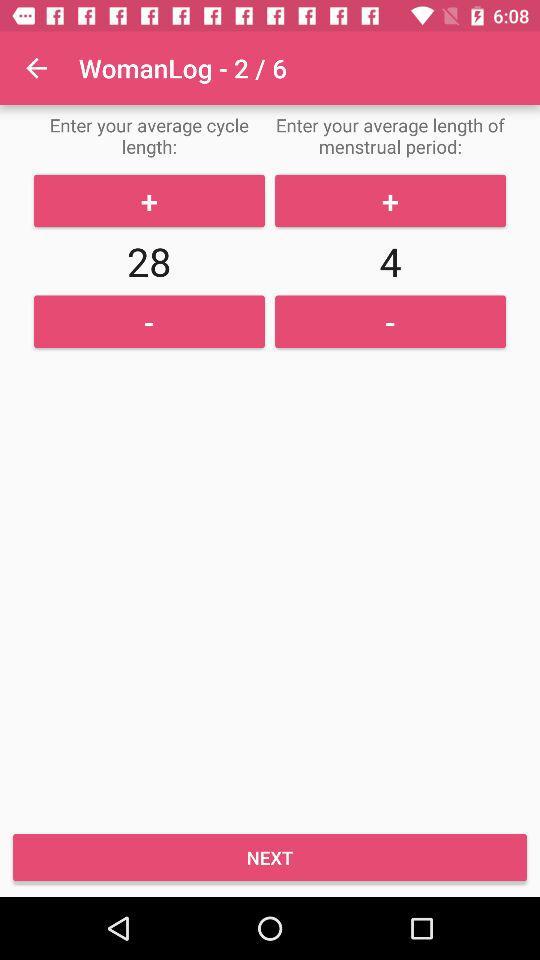  Describe the element at coordinates (148, 321) in the screenshot. I see `option below 28` at that location.